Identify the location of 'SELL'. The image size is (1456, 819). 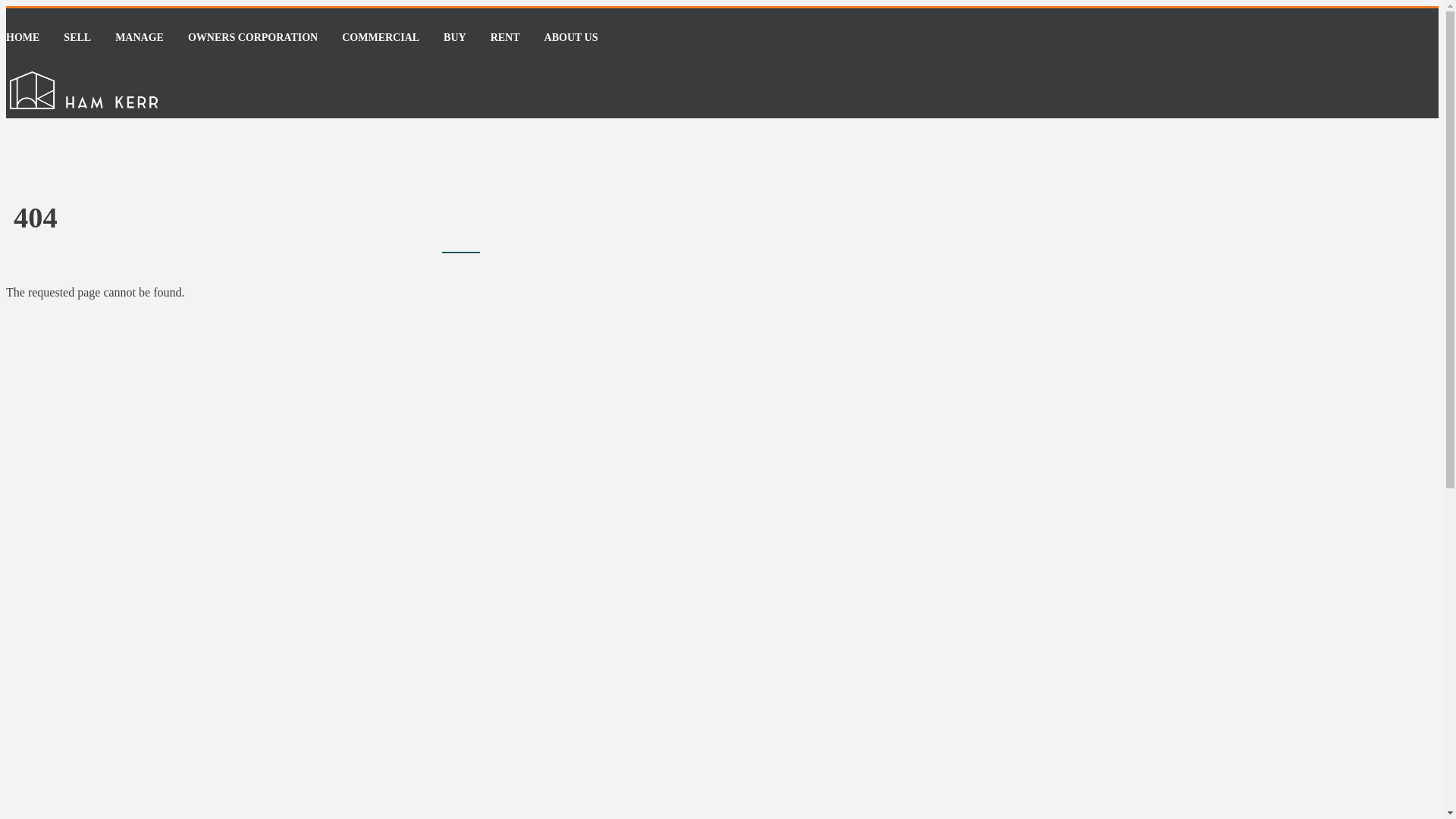
(76, 37).